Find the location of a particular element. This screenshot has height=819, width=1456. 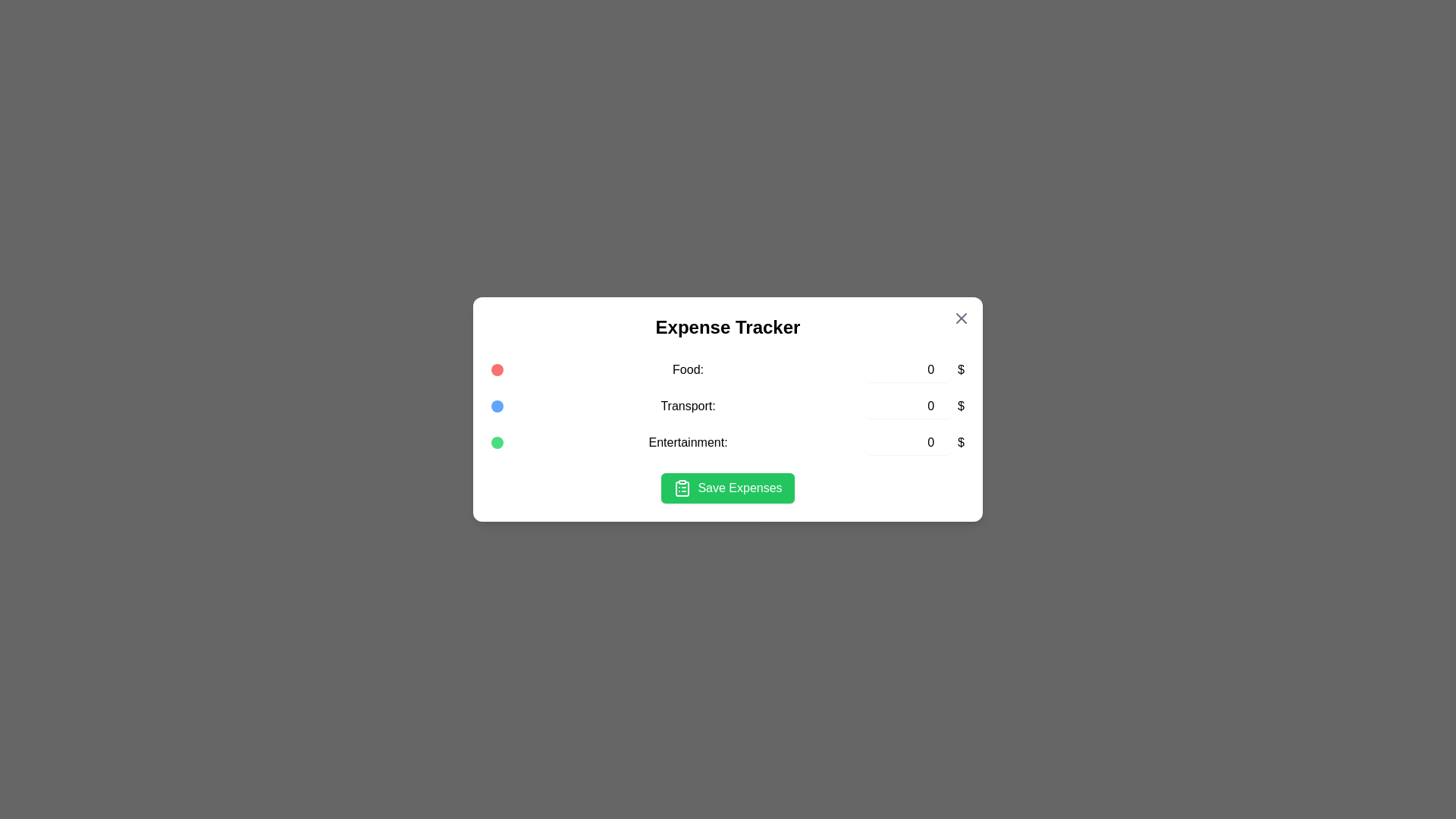

the expense amount for the 'Food' category to 5138 is located at coordinates (909, 370).